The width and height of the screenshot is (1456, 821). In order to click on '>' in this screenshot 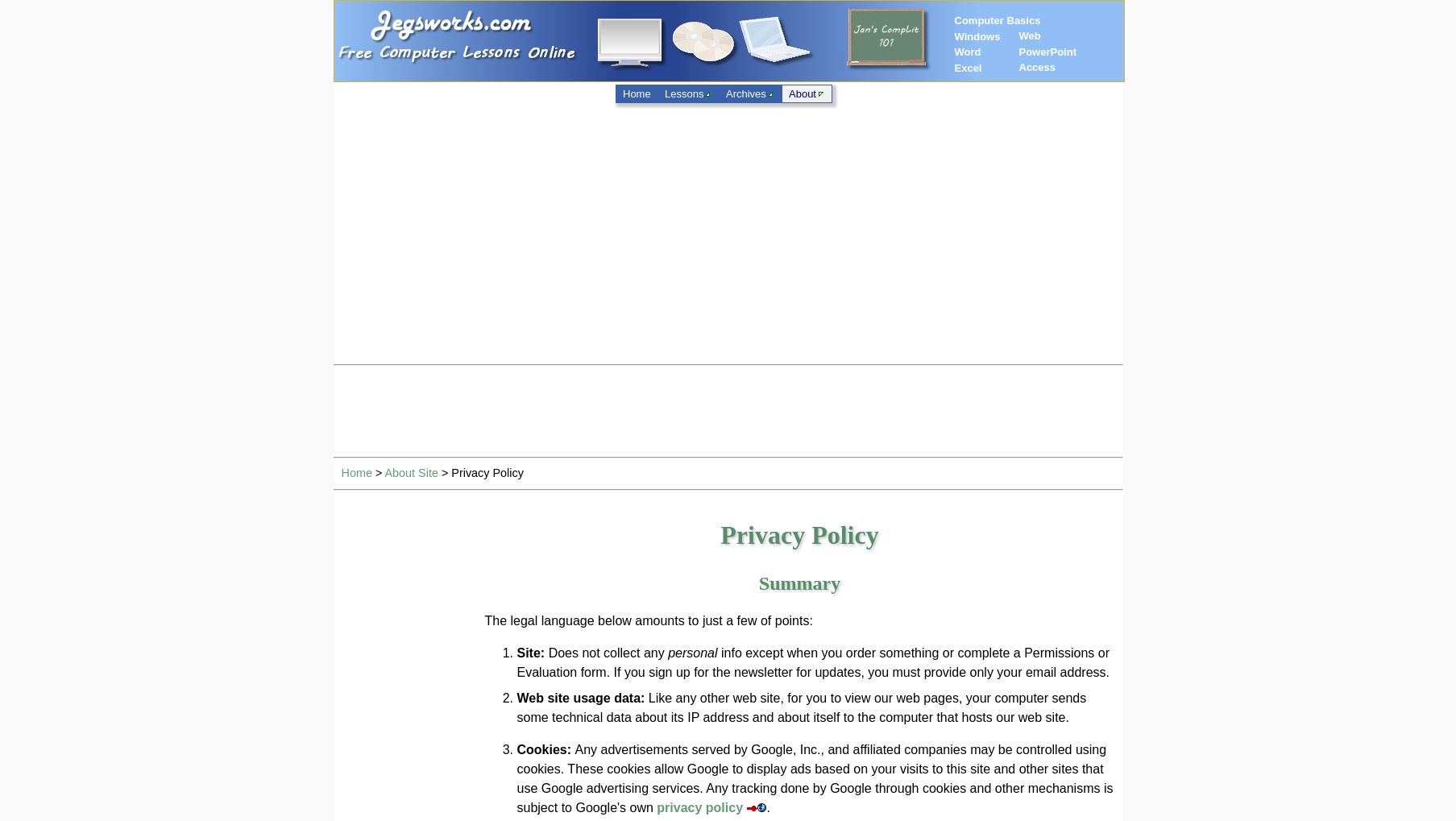, I will do `click(376, 472)`.